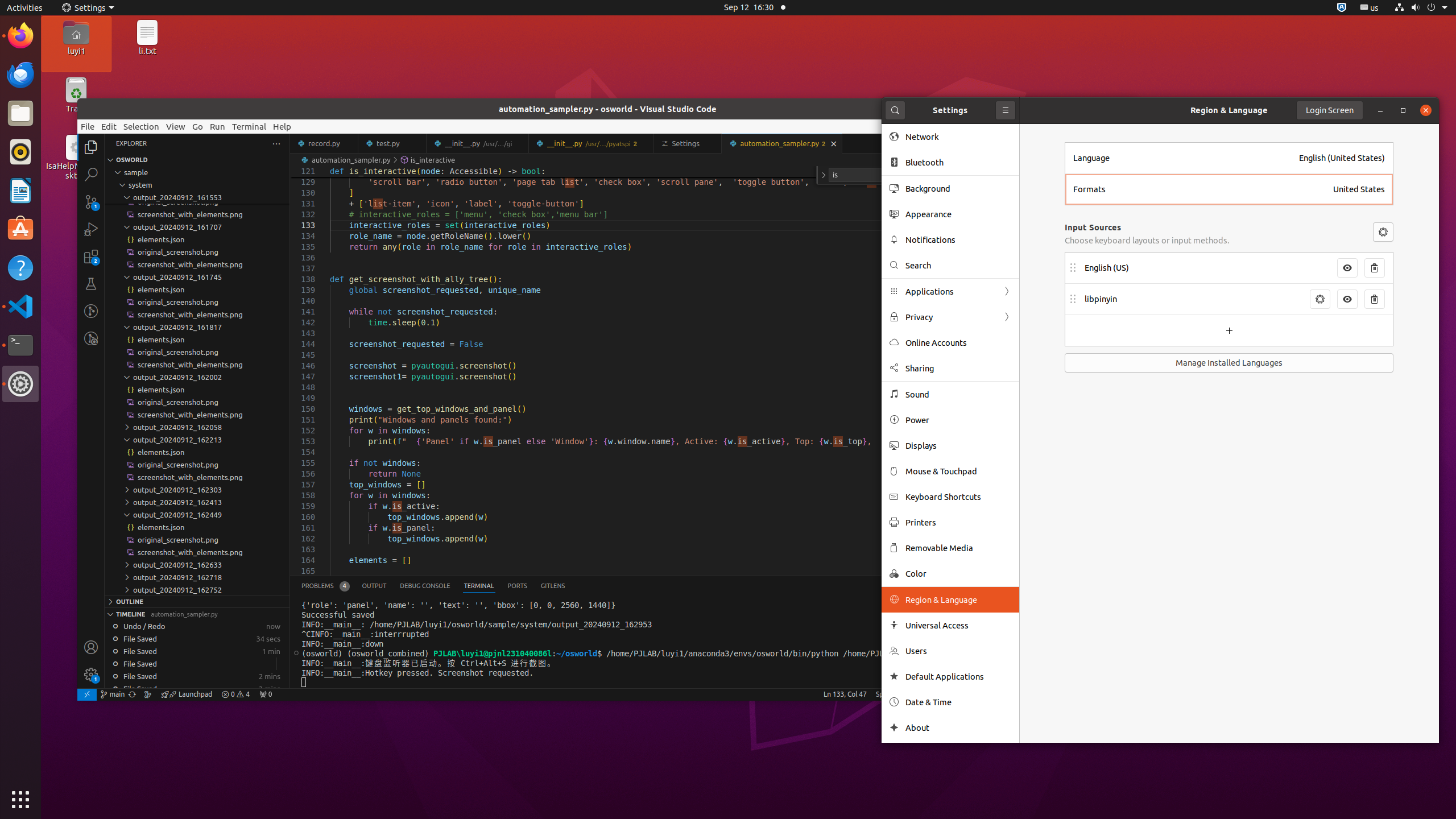 This screenshot has height=819, width=1456. I want to click on 'Applications', so click(950, 291).